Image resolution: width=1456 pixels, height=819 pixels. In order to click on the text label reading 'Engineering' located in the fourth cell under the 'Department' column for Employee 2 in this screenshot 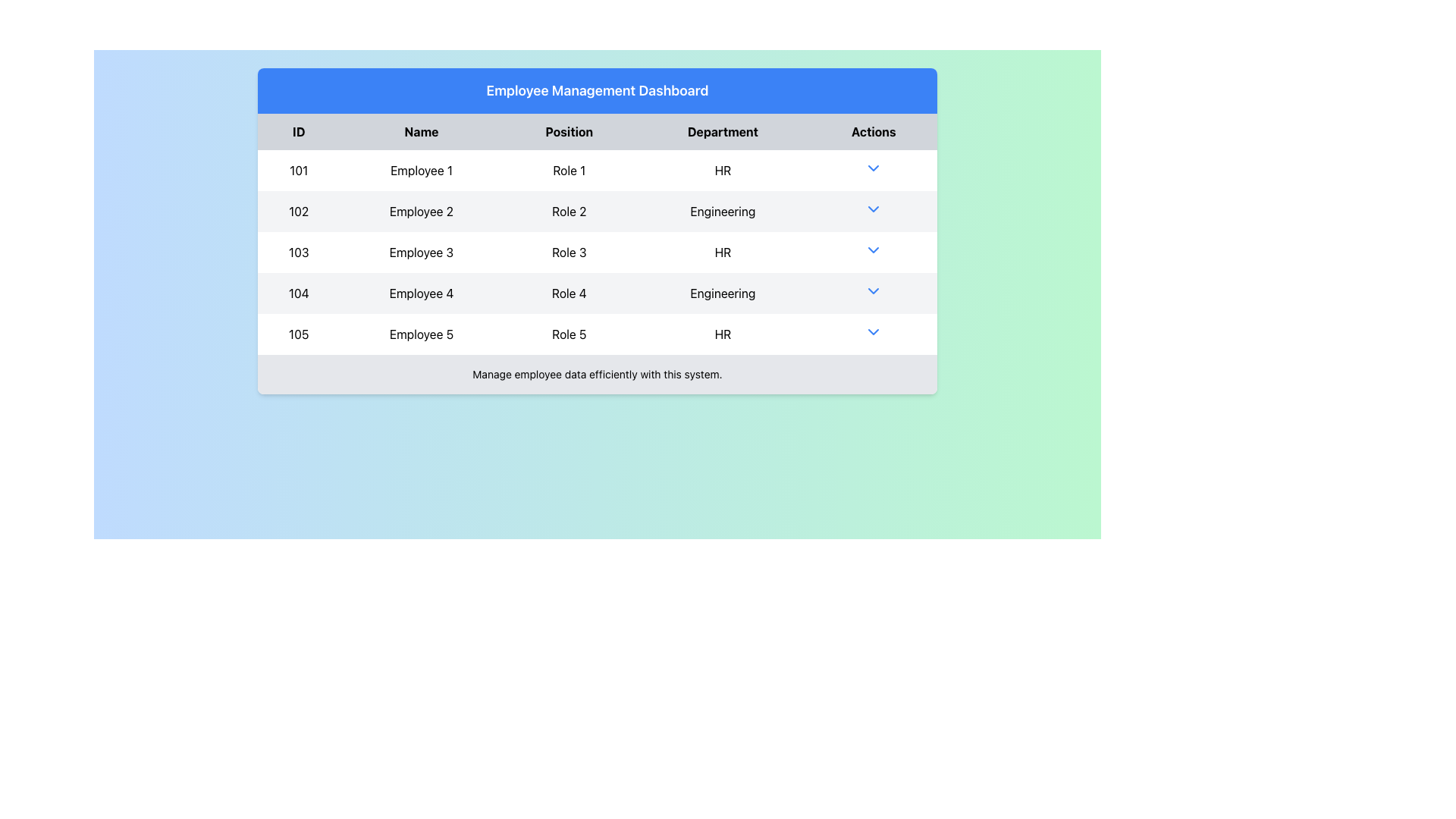, I will do `click(722, 211)`.